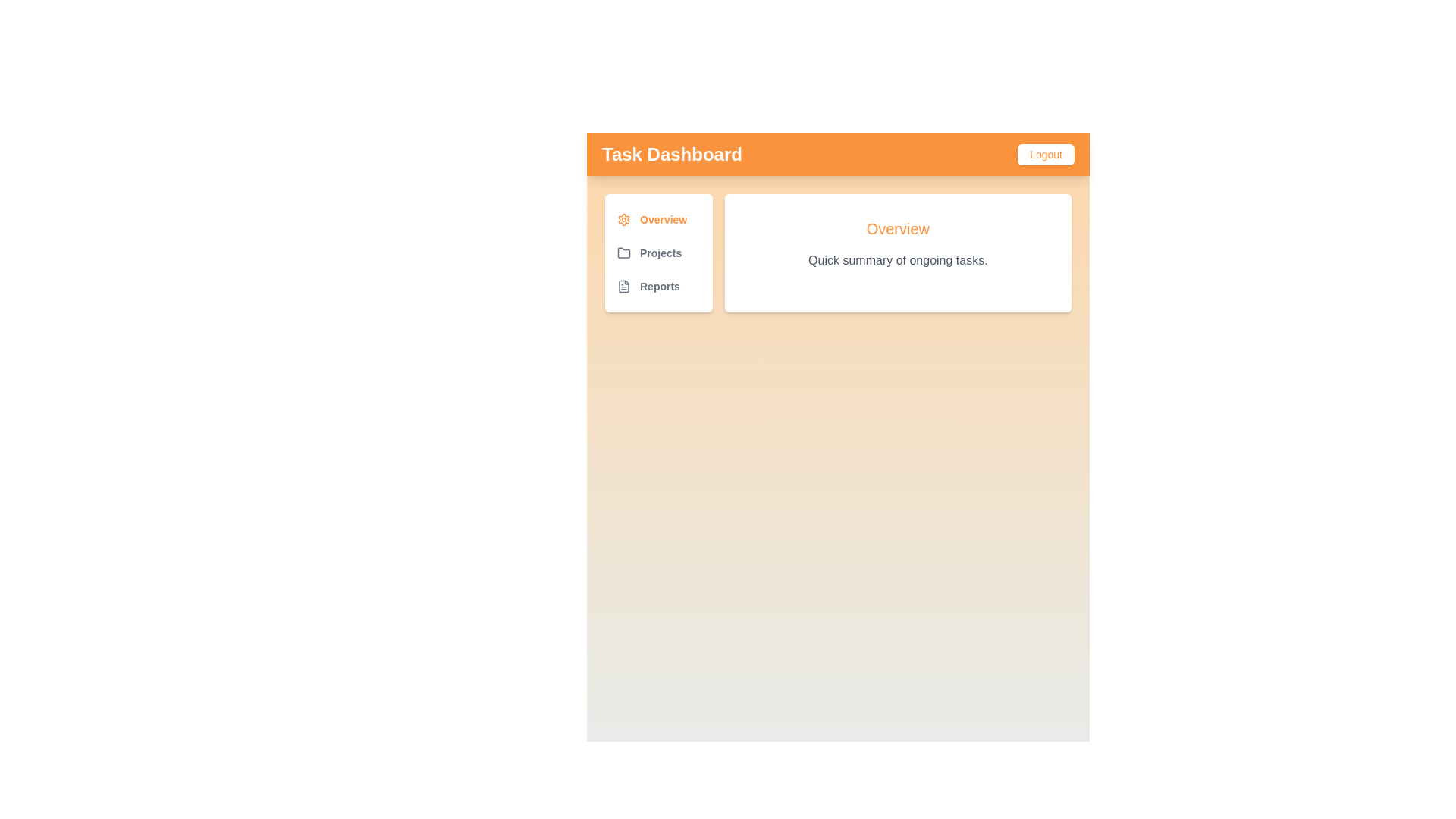  I want to click on the 'Projects' icon in the sidebar navigation, which is visually representative of the 'Projects' section, so click(623, 253).